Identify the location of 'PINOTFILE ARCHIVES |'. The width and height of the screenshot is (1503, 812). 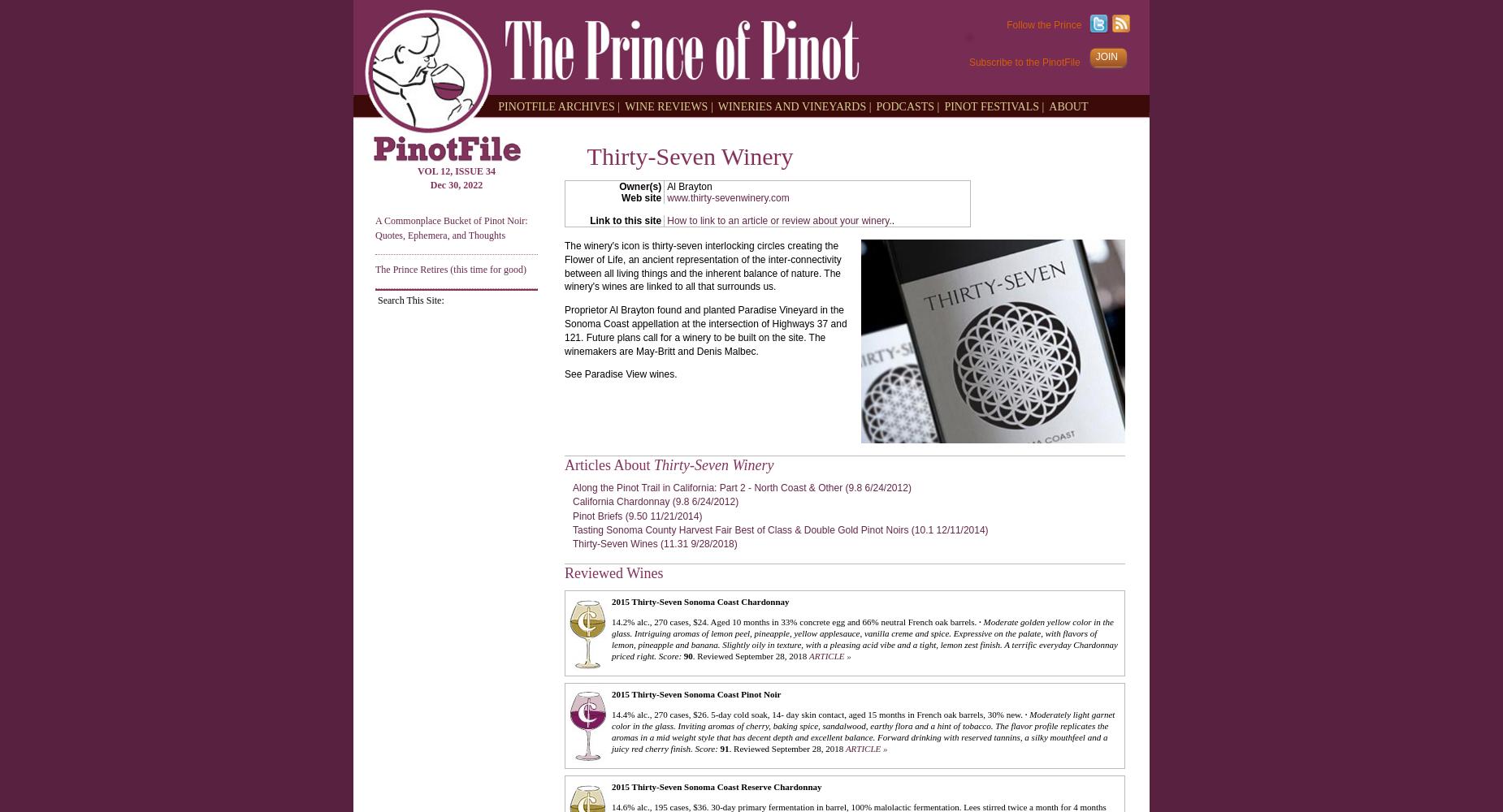
(559, 106).